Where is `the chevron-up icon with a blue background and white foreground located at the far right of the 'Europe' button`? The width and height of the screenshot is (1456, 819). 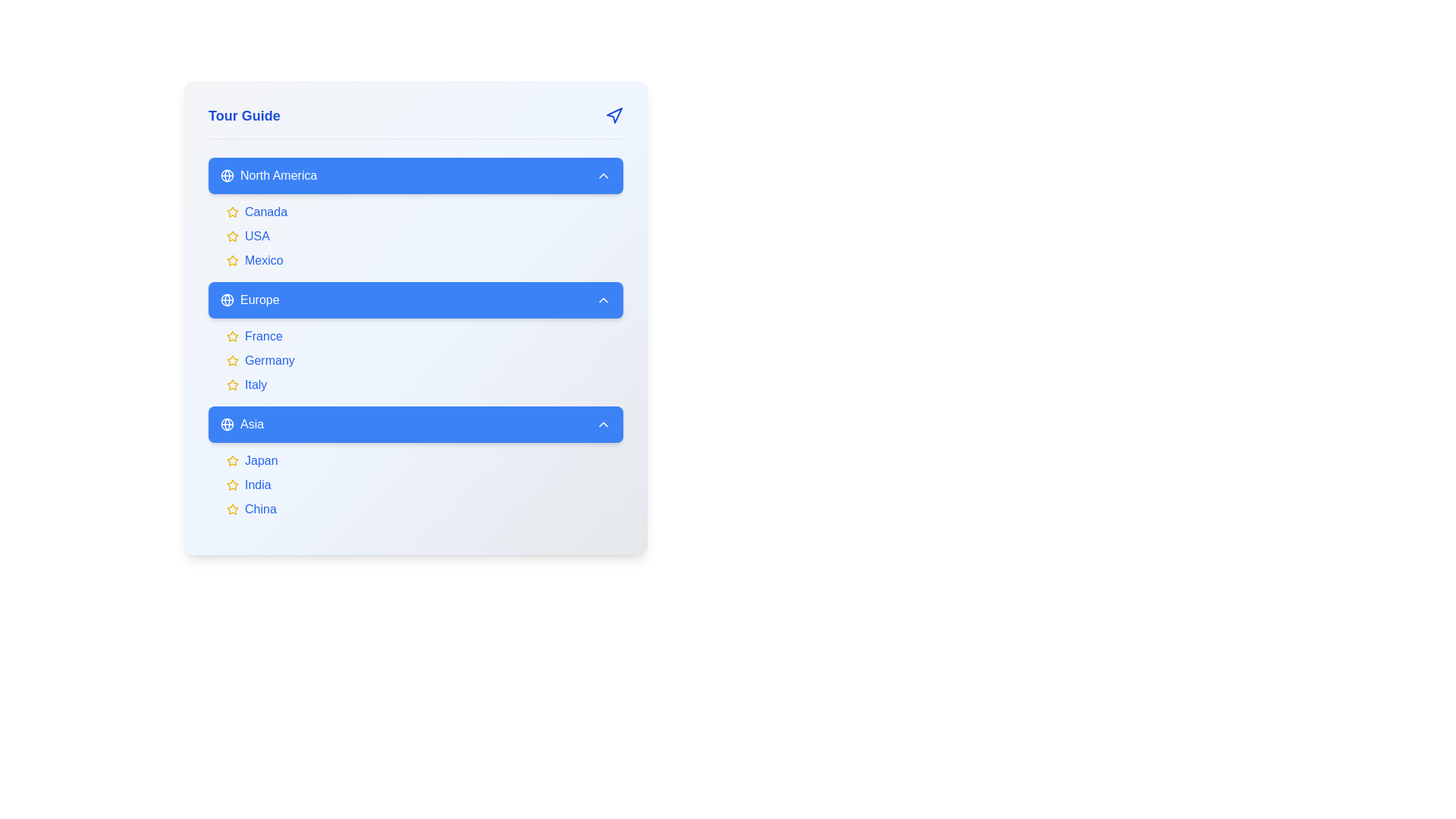
the chevron-up icon with a blue background and white foreground located at the far right of the 'Europe' button is located at coordinates (603, 300).